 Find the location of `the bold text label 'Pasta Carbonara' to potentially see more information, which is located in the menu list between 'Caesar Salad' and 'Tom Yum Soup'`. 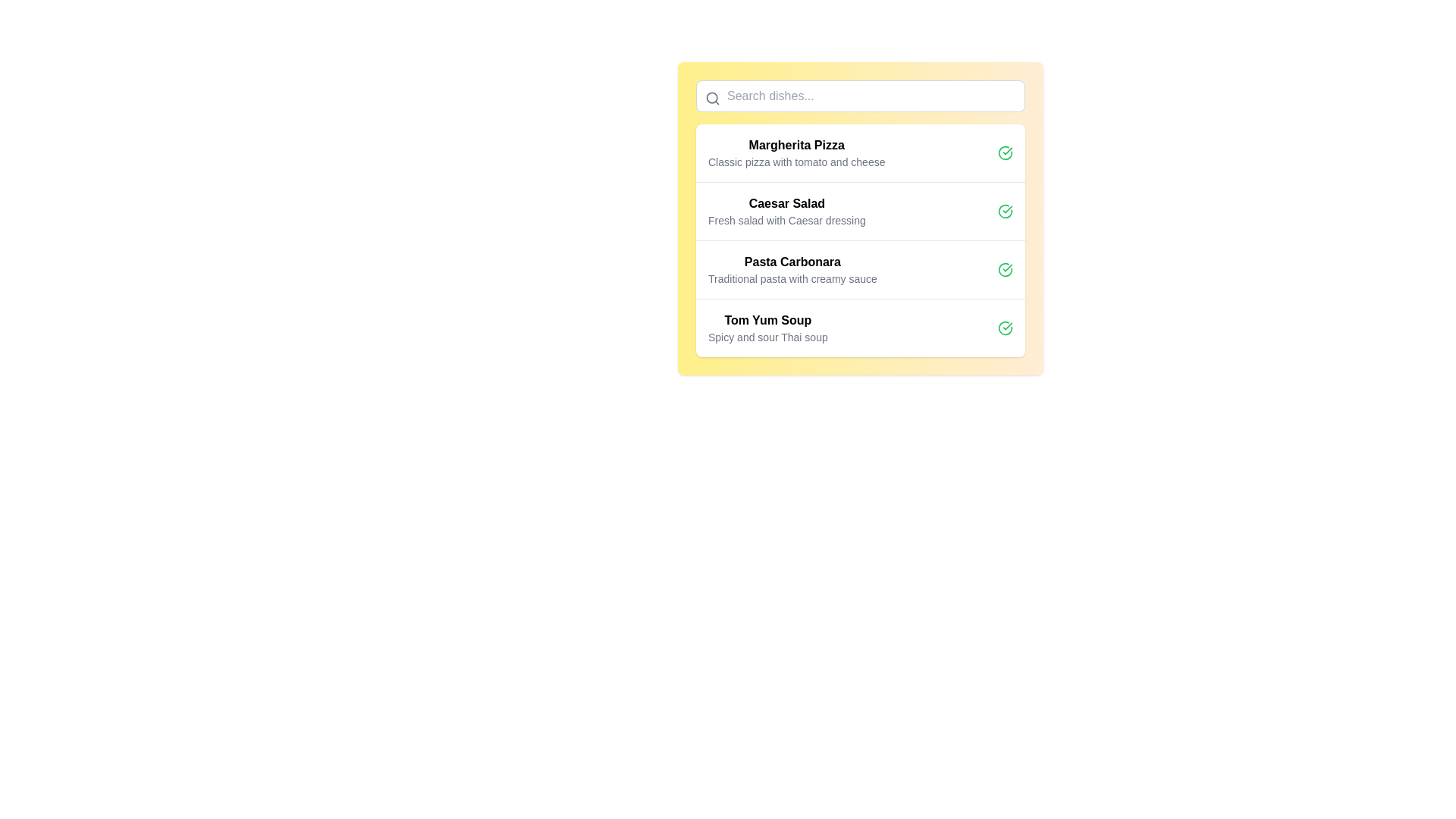

the bold text label 'Pasta Carbonara' to potentially see more information, which is located in the menu list between 'Caesar Salad' and 'Tom Yum Soup' is located at coordinates (792, 262).